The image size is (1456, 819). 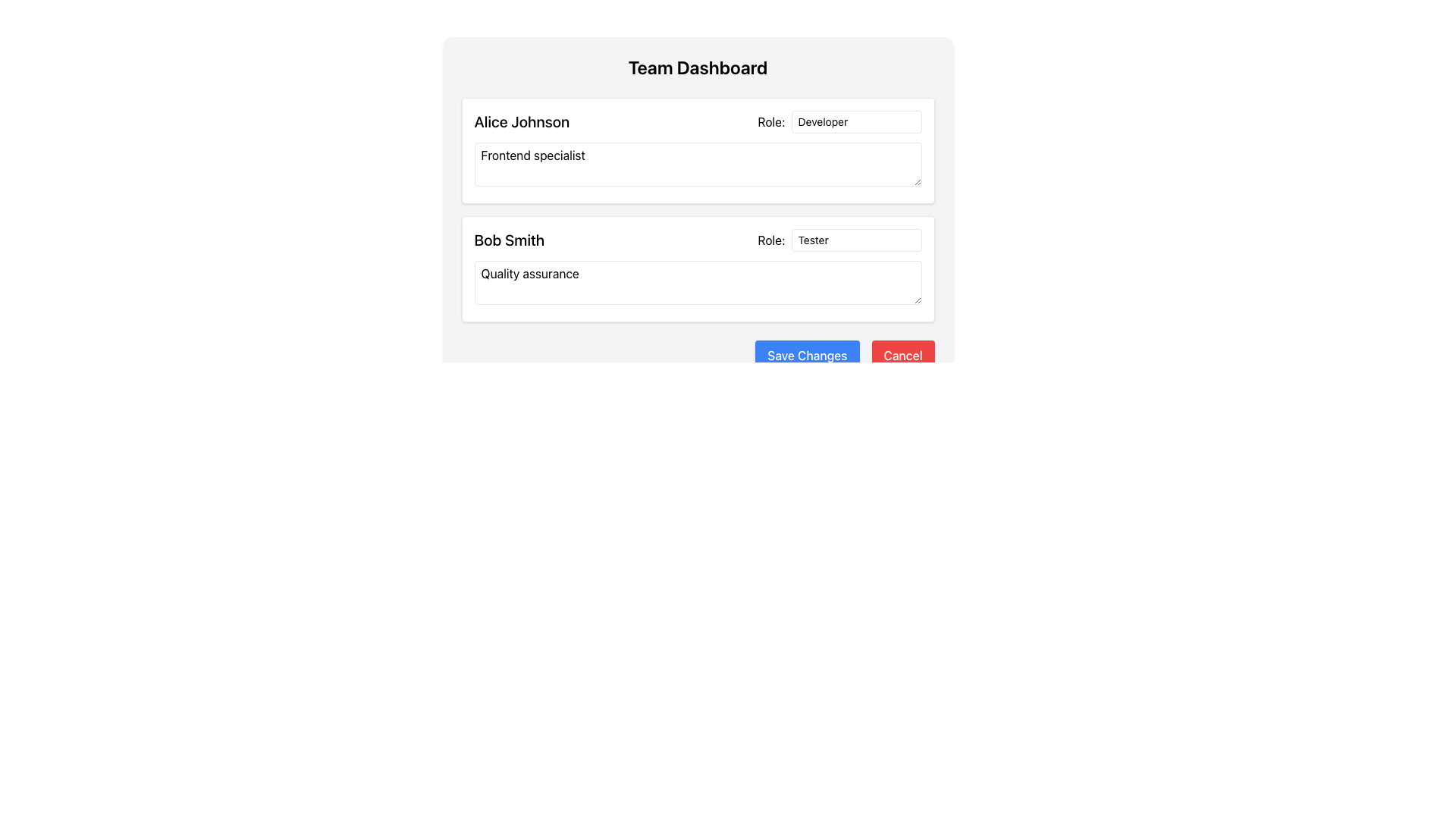 What do you see at coordinates (771, 121) in the screenshot?
I see `the 'Role' label located to the left of the 'Developer' input field in the user section for 'Alice Johnson'` at bounding box center [771, 121].